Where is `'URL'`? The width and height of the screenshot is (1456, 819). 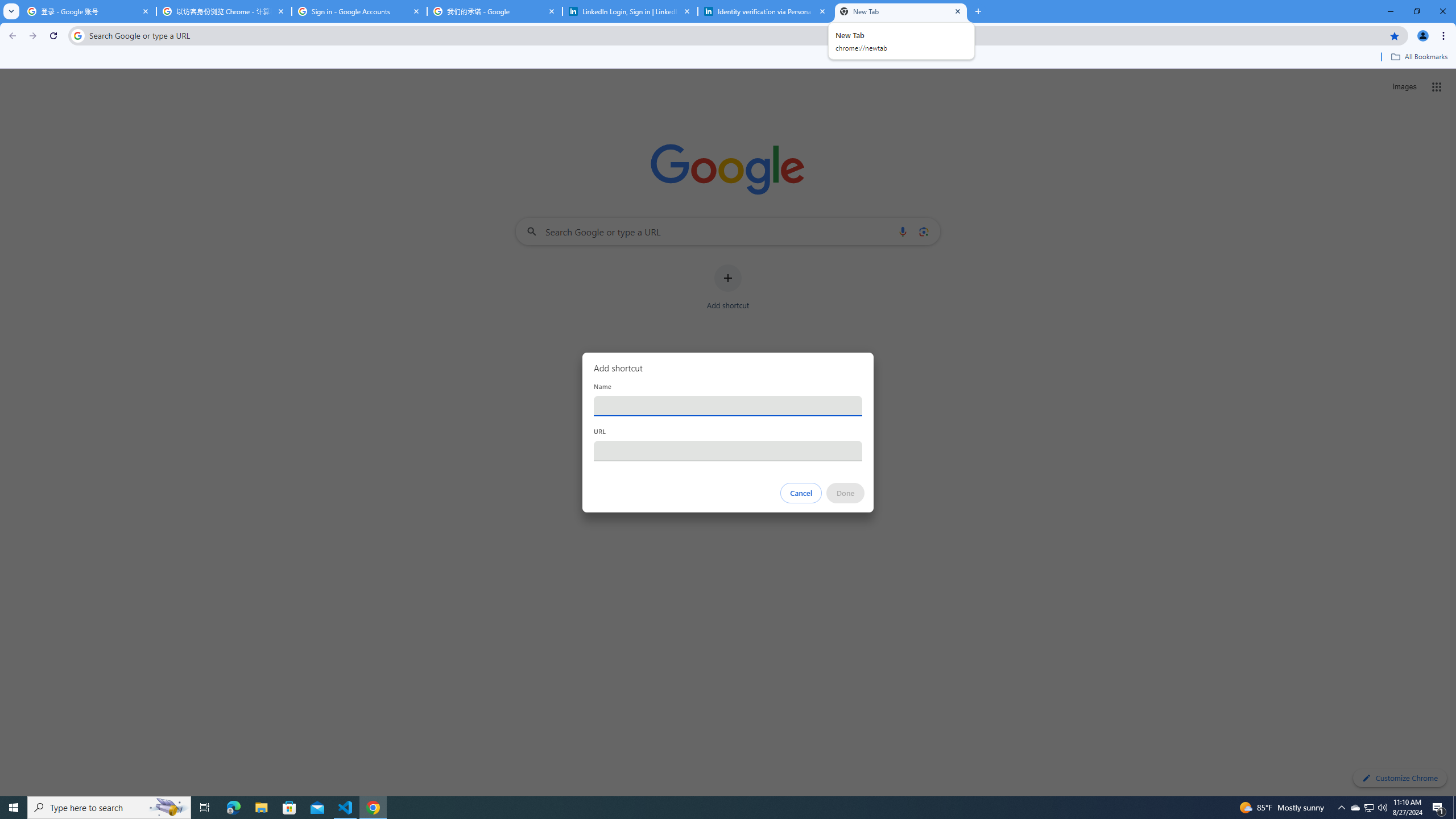
'URL' is located at coordinates (728, 450).